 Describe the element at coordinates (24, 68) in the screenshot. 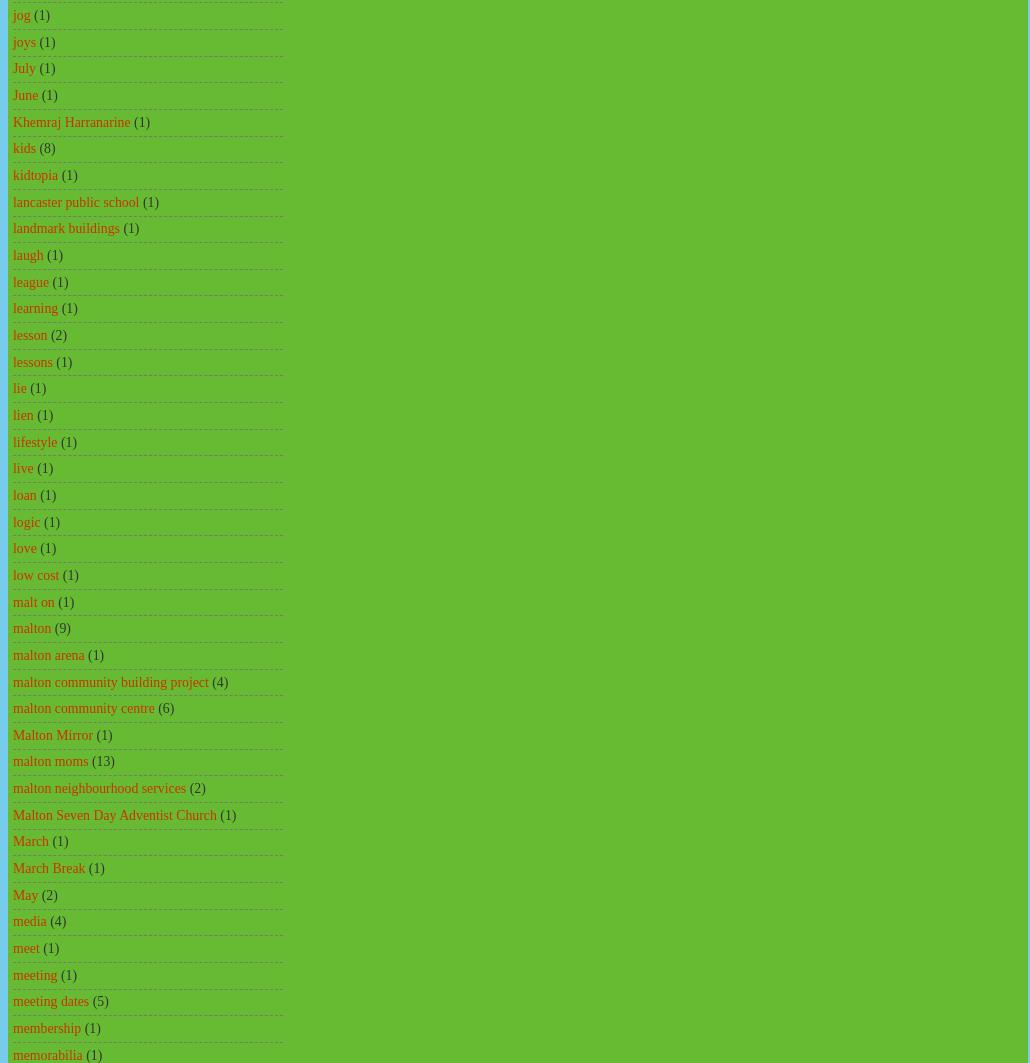

I see `'July'` at that location.